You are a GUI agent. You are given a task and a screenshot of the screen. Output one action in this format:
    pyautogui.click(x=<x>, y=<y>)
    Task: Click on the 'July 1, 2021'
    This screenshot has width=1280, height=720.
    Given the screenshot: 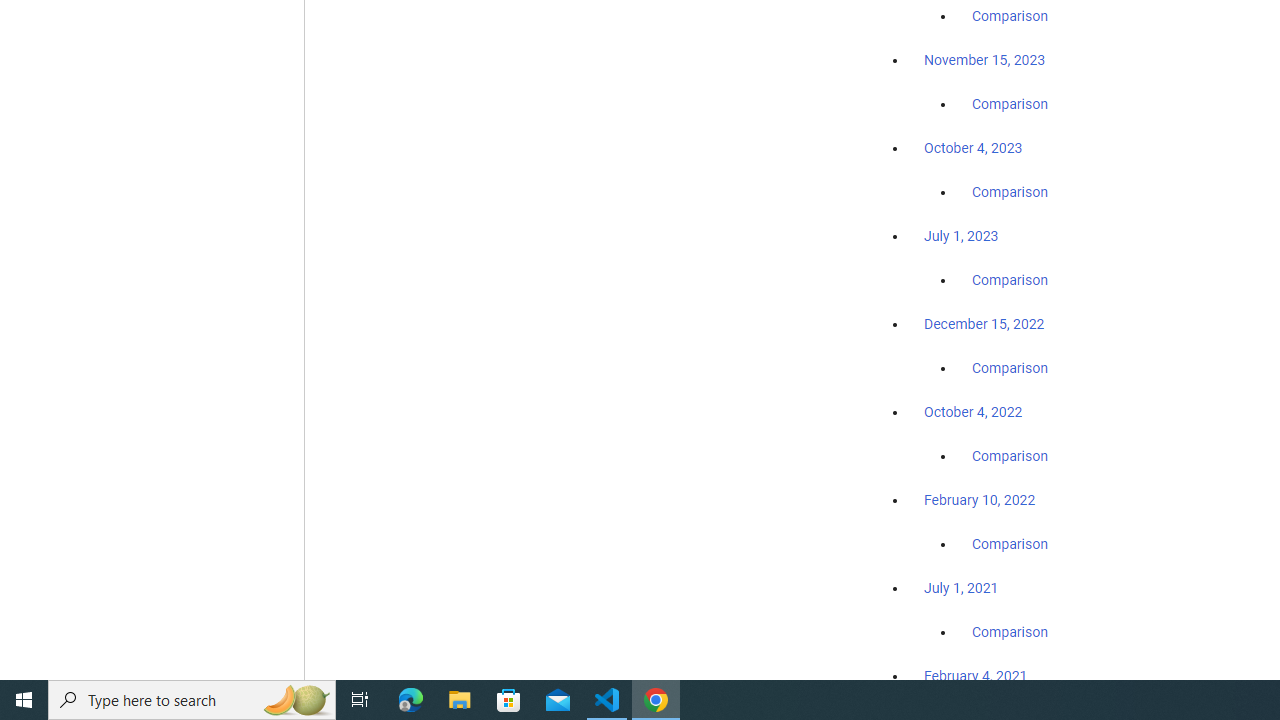 What is the action you would take?
    pyautogui.click(x=961, y=586)
    